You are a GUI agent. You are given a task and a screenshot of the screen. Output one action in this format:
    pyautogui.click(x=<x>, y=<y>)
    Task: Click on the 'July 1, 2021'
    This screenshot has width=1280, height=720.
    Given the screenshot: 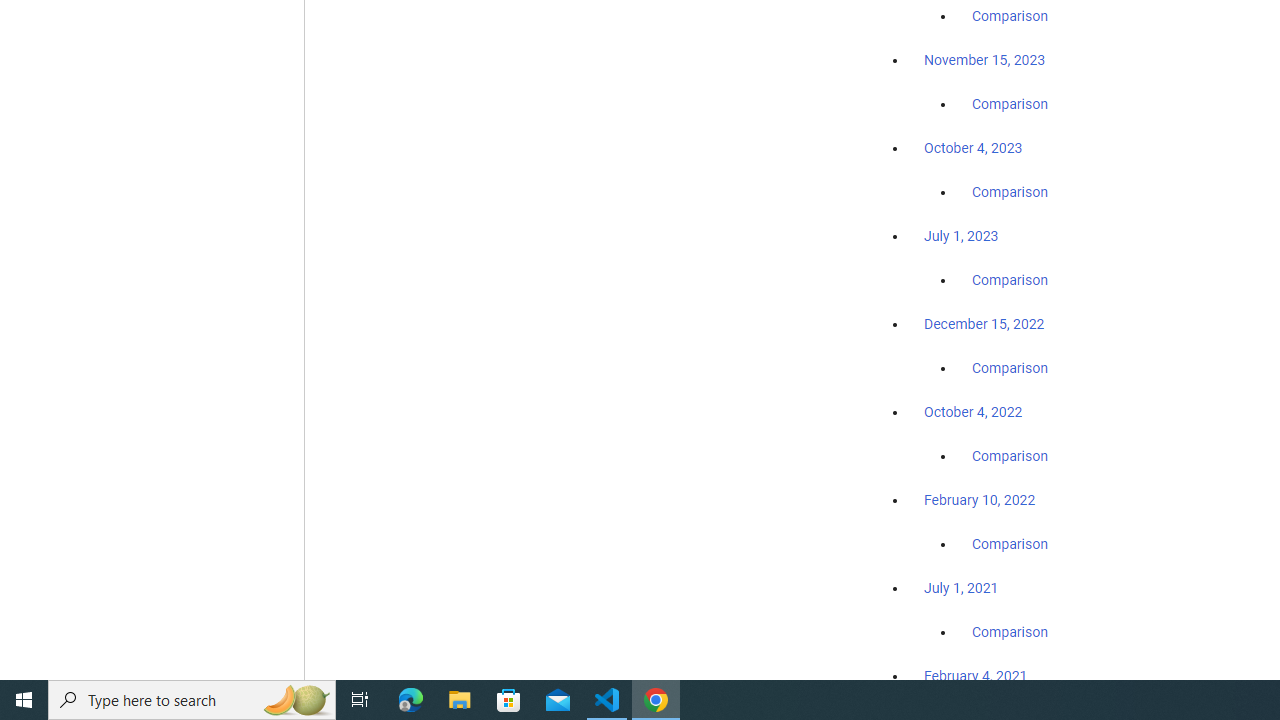 What is the action you would take?
    pyautogui.click(x=961, y=586)
    